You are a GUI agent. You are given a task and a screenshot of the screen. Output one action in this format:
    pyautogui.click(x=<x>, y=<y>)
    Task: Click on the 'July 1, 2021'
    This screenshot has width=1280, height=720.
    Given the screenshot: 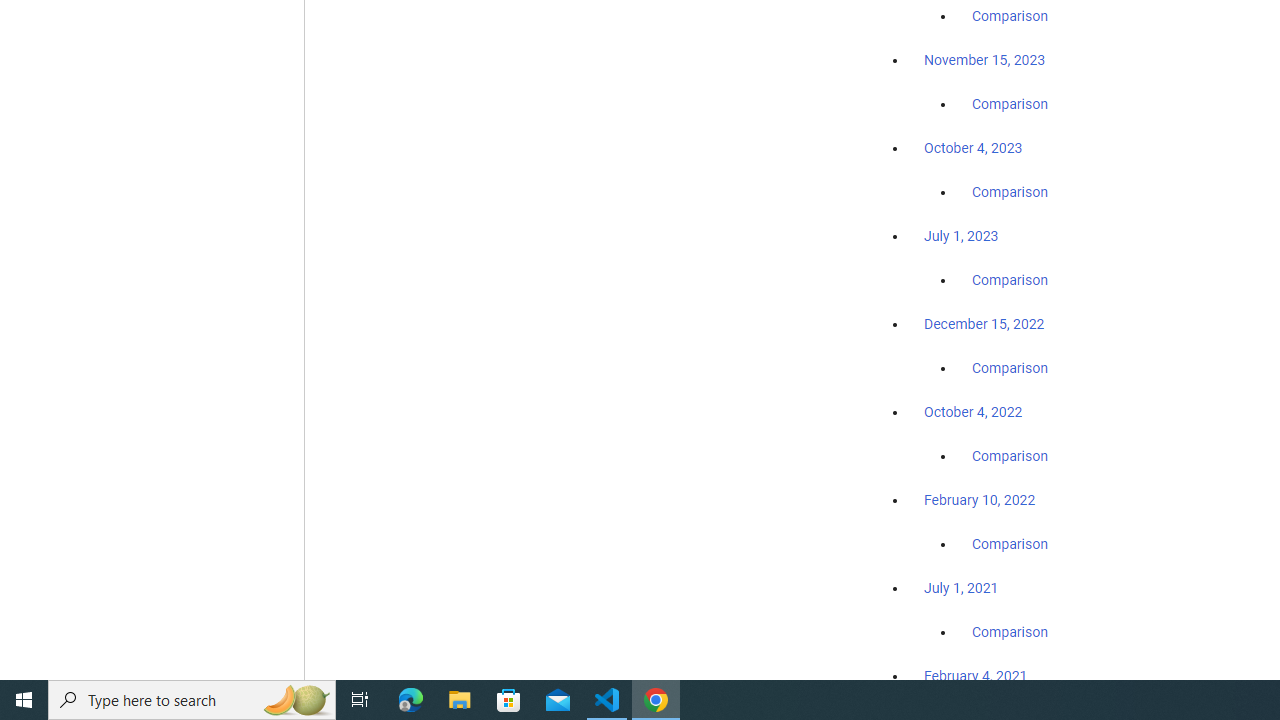 What is the action you would take?
    pyautogui.click(x=961, y=586)
    